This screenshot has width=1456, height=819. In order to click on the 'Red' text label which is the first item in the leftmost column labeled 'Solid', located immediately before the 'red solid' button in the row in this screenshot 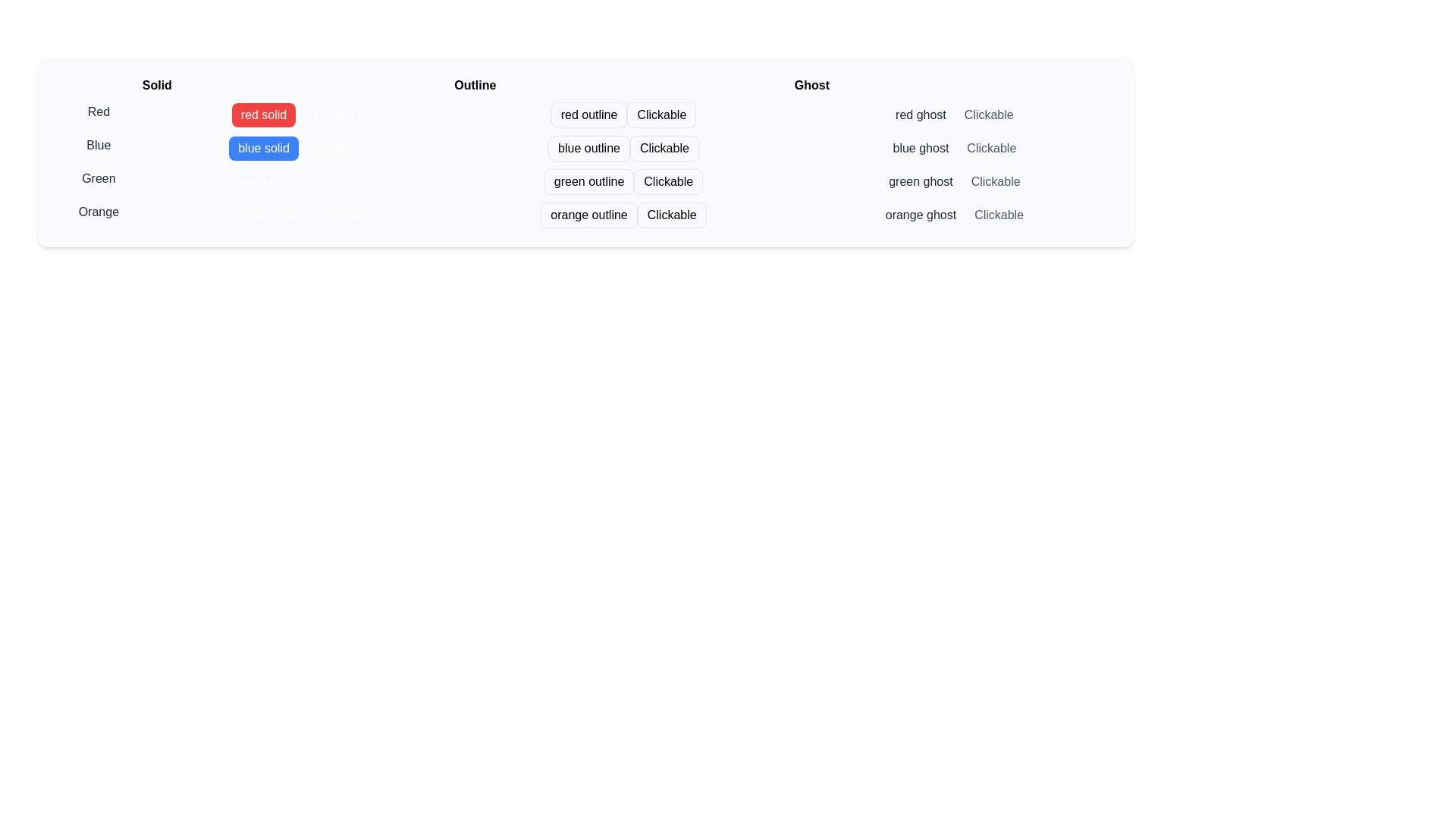, I will do `click(98, 111)`.